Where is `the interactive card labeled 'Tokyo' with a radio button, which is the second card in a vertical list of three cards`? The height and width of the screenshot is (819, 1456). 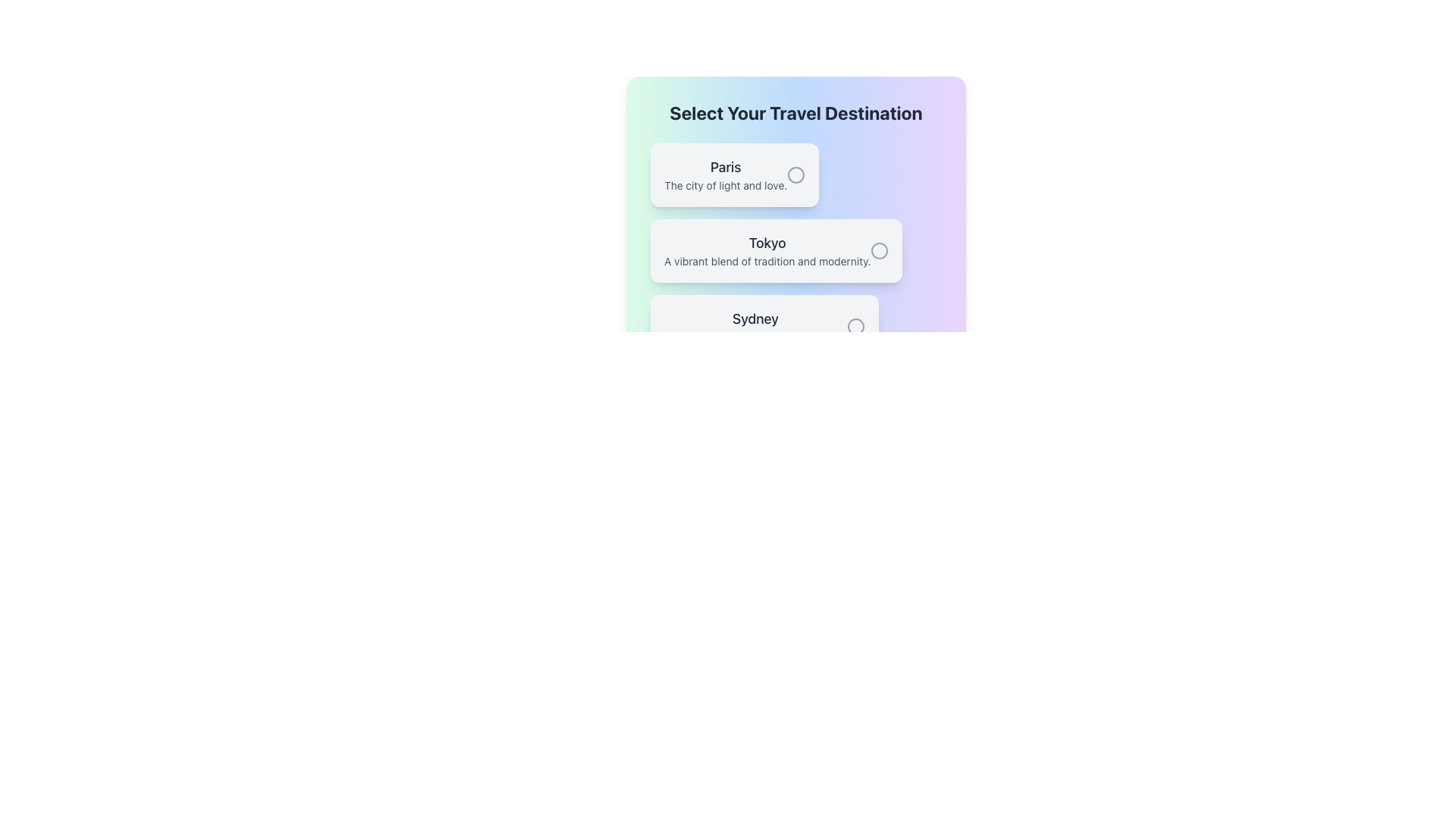 the interactive card labeled 'Tokyo' with a radio button, which is the second card in a vertical list of three cards is located at coordinates (777, 250).